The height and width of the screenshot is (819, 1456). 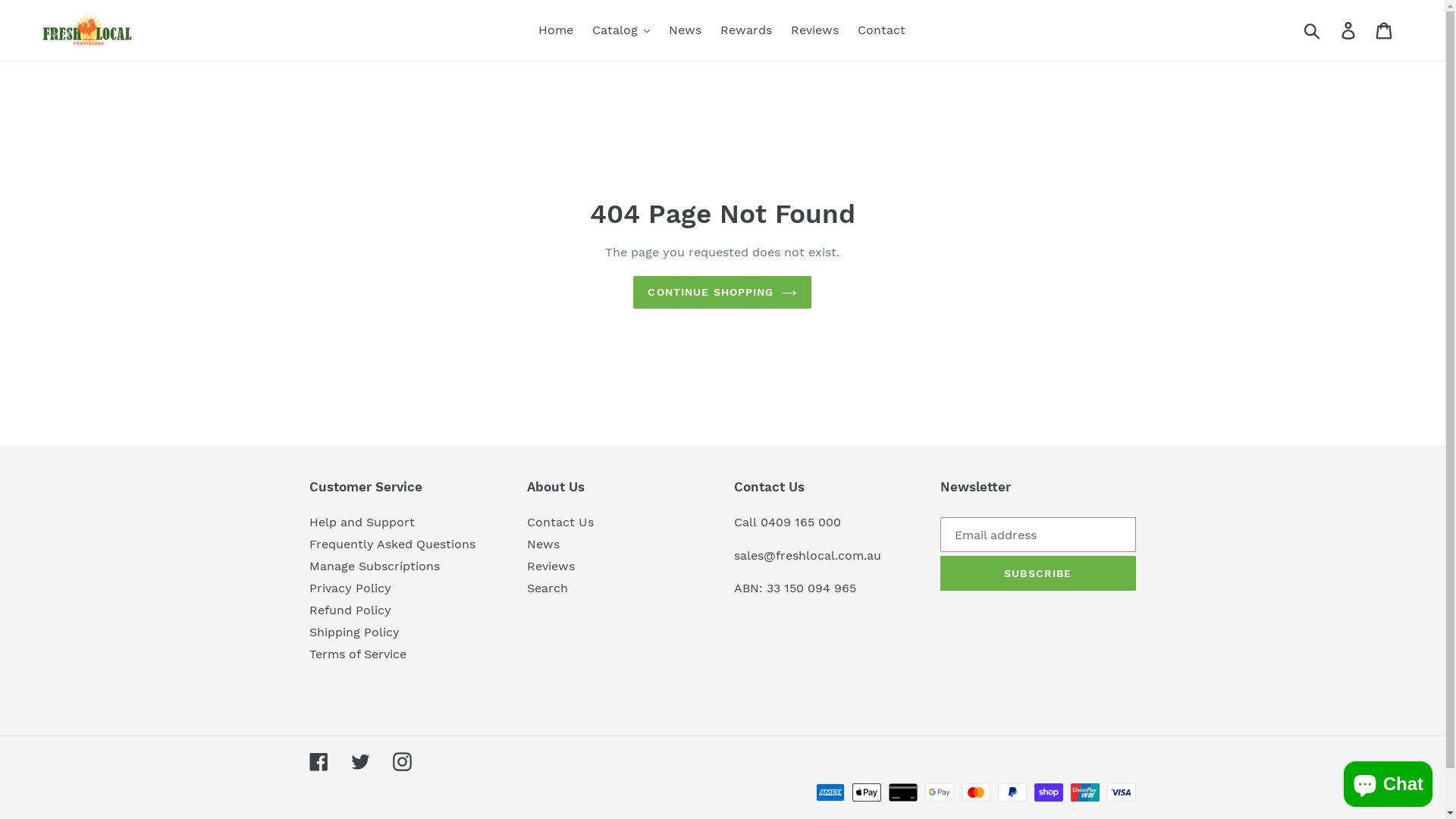 What do you see at coordinates (309, 587) in the screenshot?
I see `'Privacy Policy'` at bounding box center [309, 587].